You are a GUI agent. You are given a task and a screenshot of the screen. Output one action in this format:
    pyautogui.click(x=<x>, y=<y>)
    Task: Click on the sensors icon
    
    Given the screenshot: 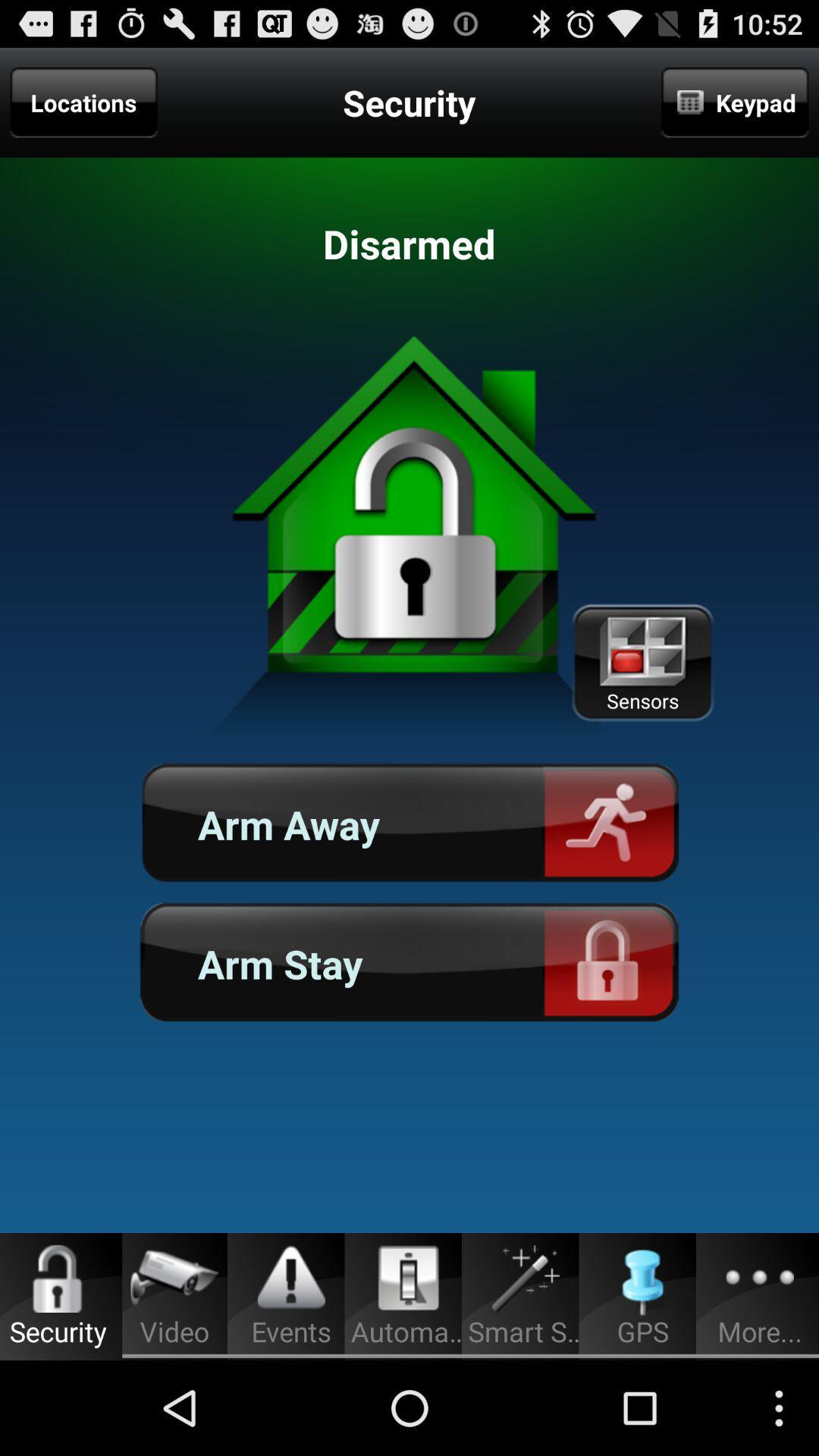 What is the action you would take?
    pyautogui.click(x=642, y=663)
    